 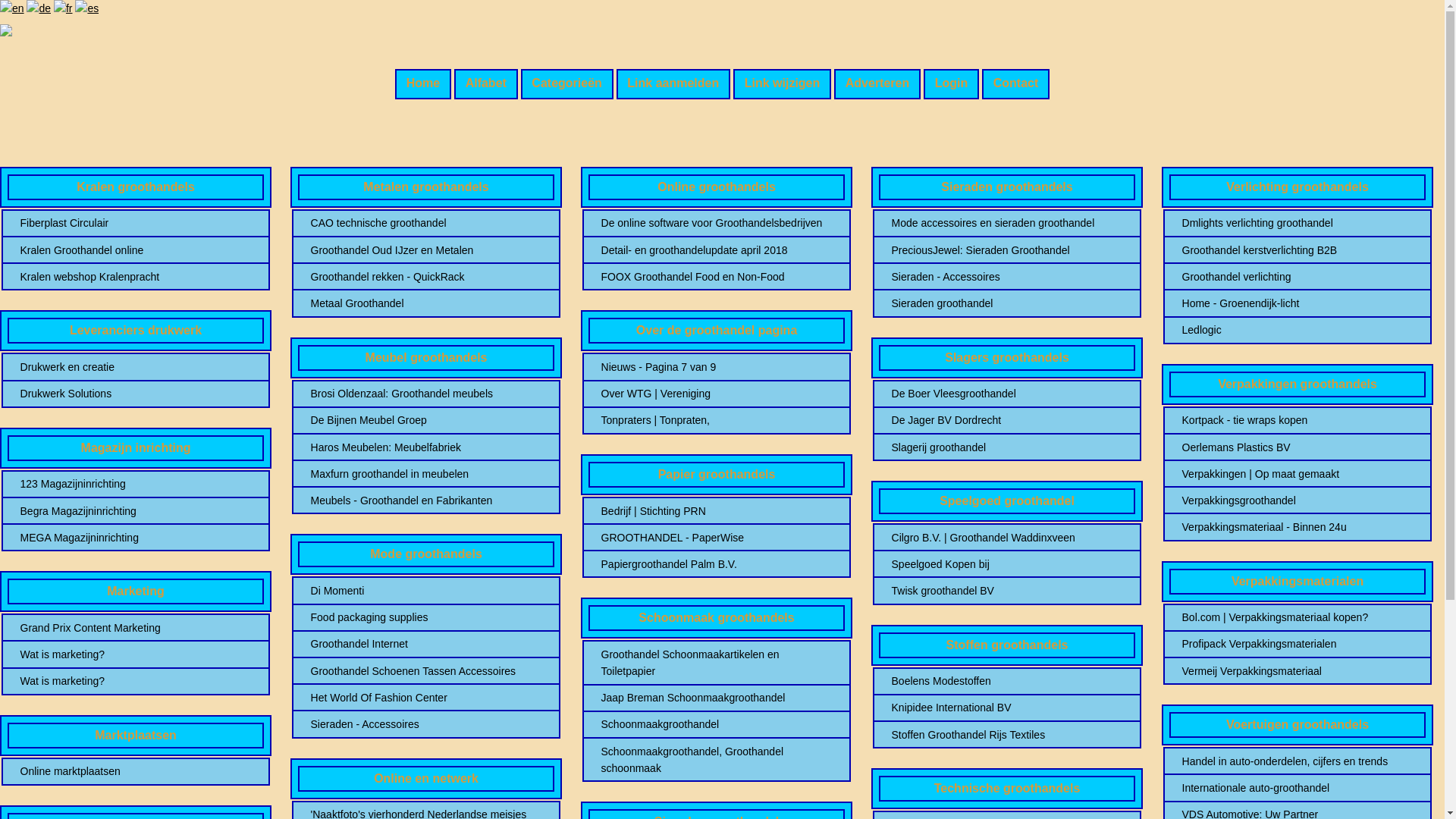 What do you see at coordinates (782, 84) in the screenshot?
I see `'Link wijzigen'` at bounding box center [782, 84].